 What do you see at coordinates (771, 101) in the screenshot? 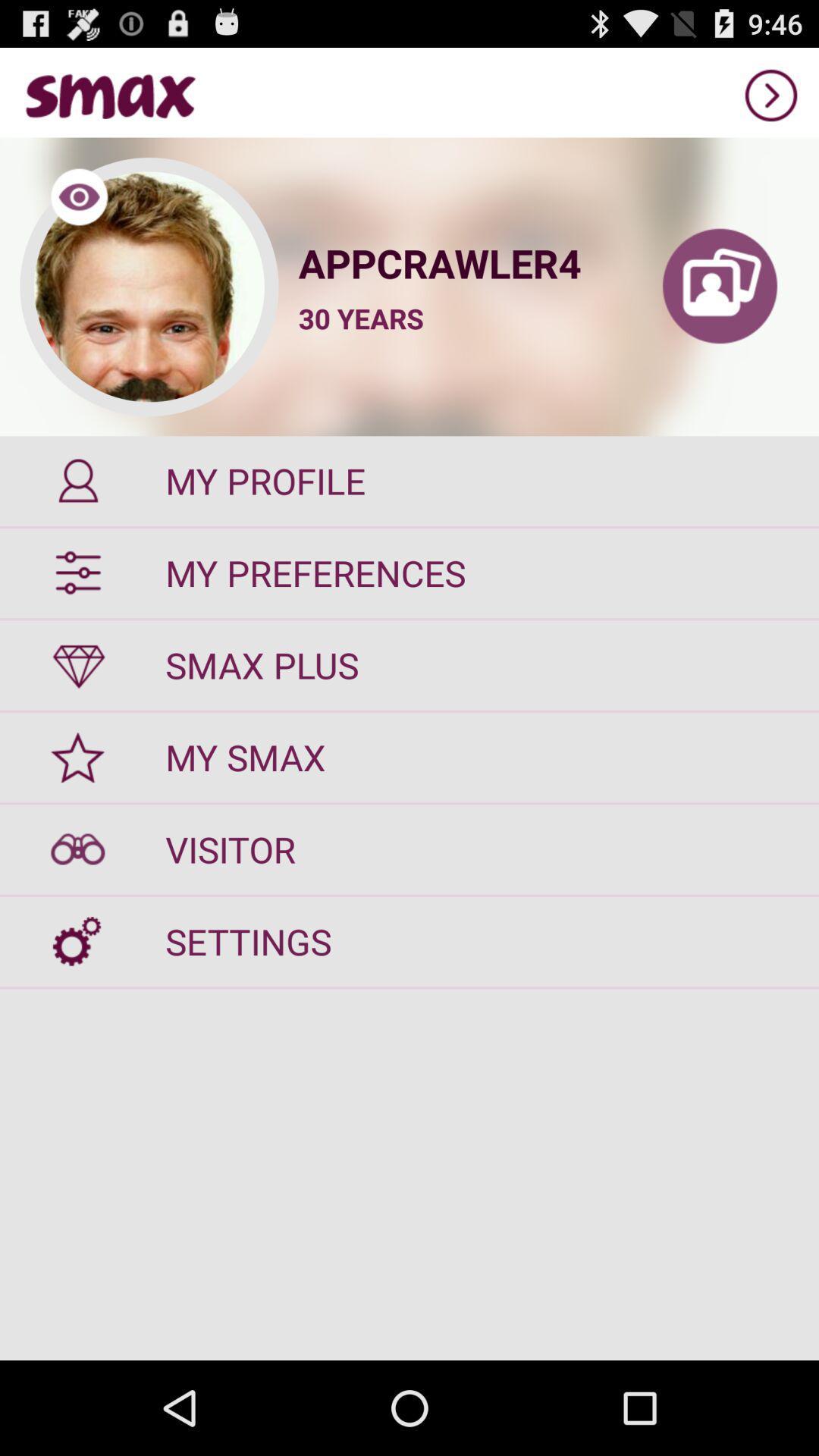
I see `the arrow_forward icon` at bounding box center [771, 101].